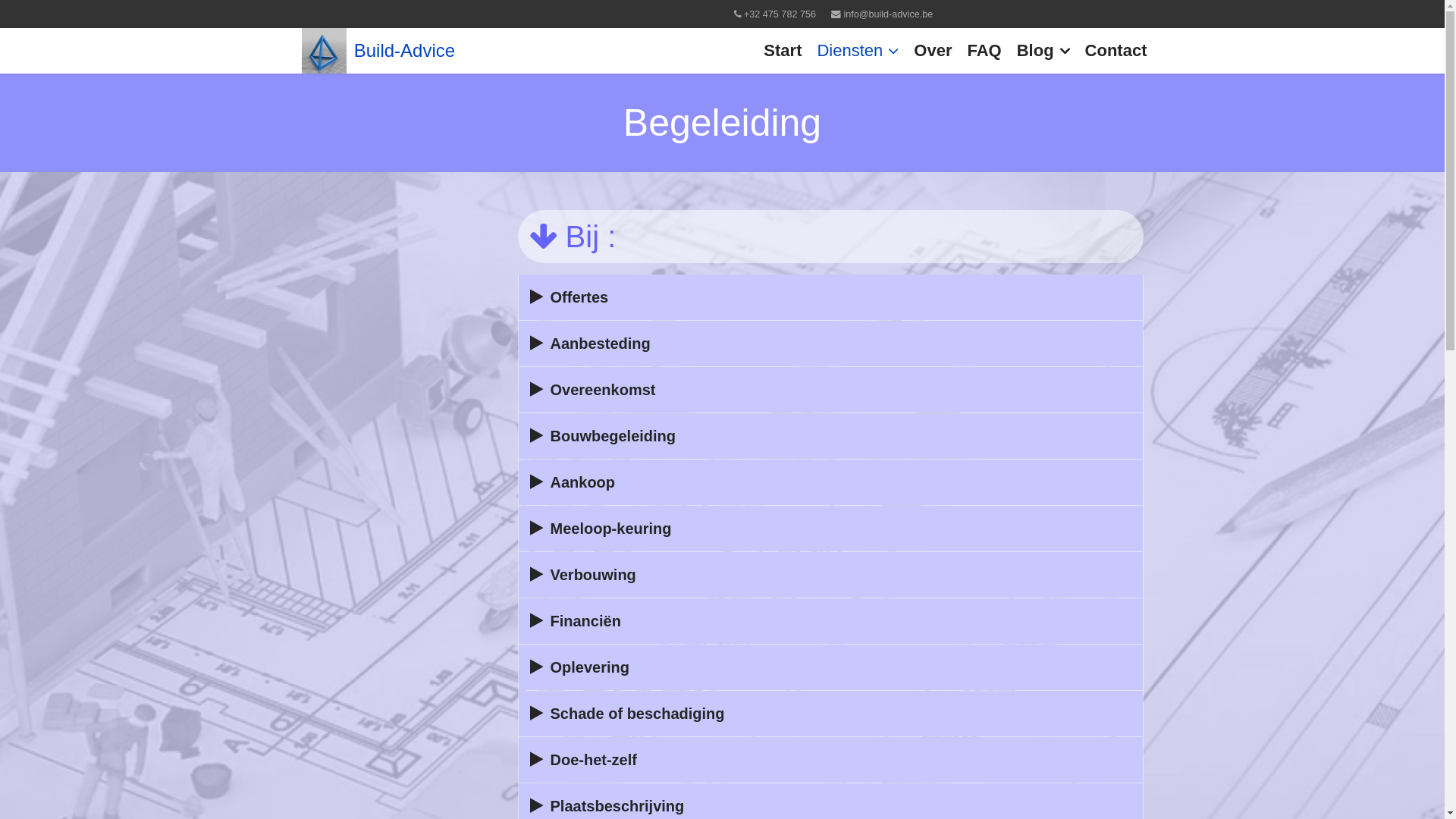 The width and height of the screenshot is (1456, 819). I want to click on 'Start', so click(783, 49).